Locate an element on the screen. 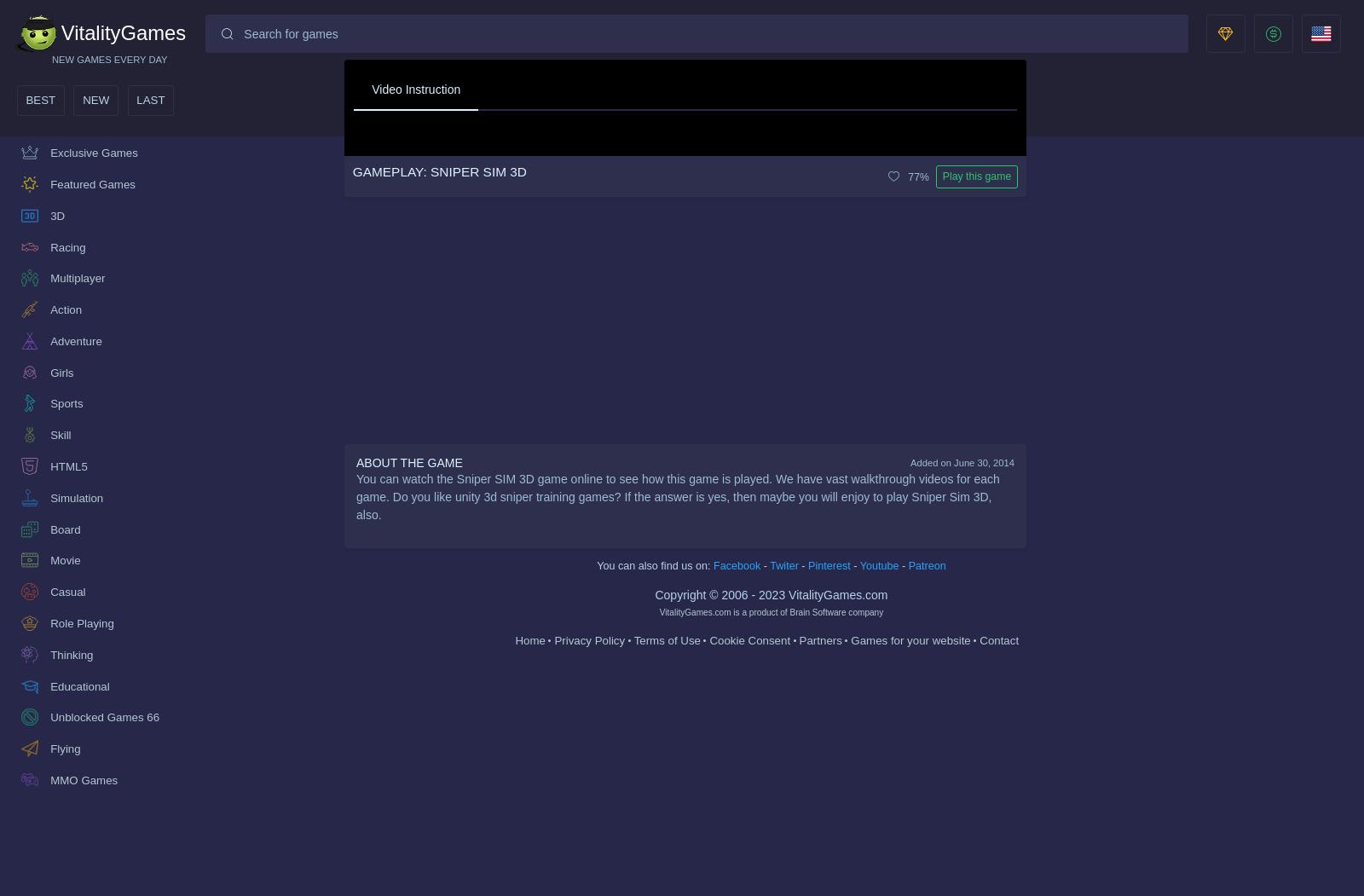  'NEW GAMES EVERY DAY' is located at coordinates (108, 58).